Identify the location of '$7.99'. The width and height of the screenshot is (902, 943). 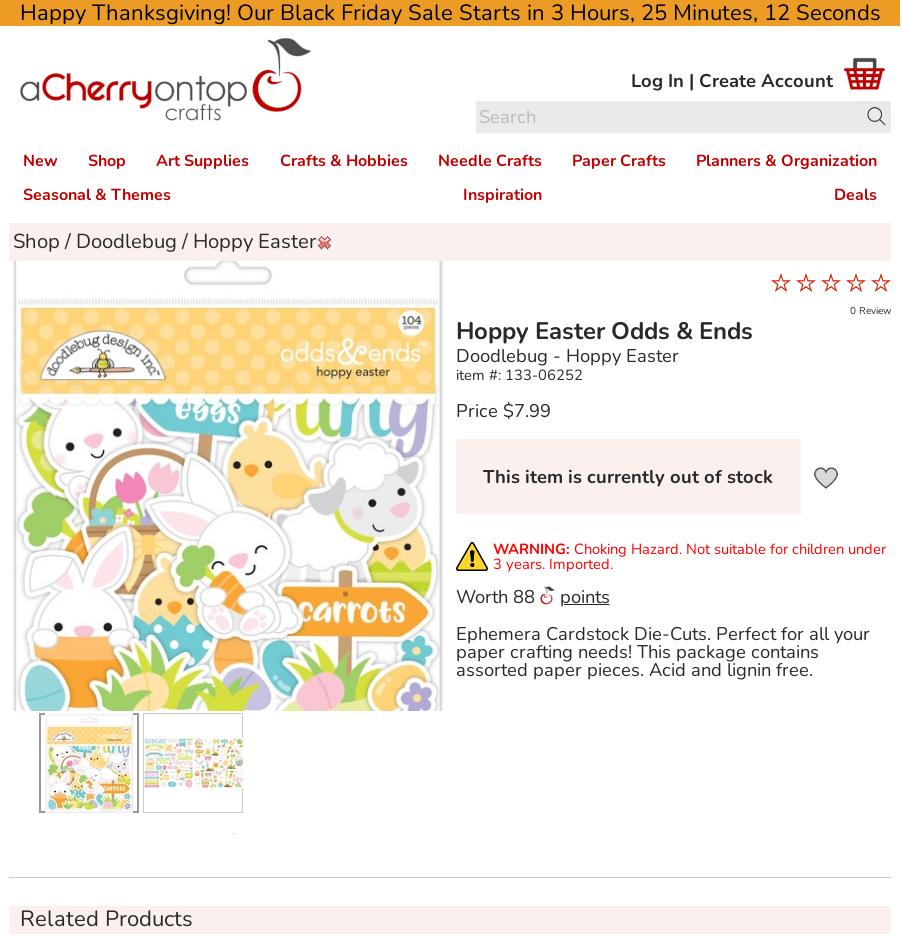
(524, 409).